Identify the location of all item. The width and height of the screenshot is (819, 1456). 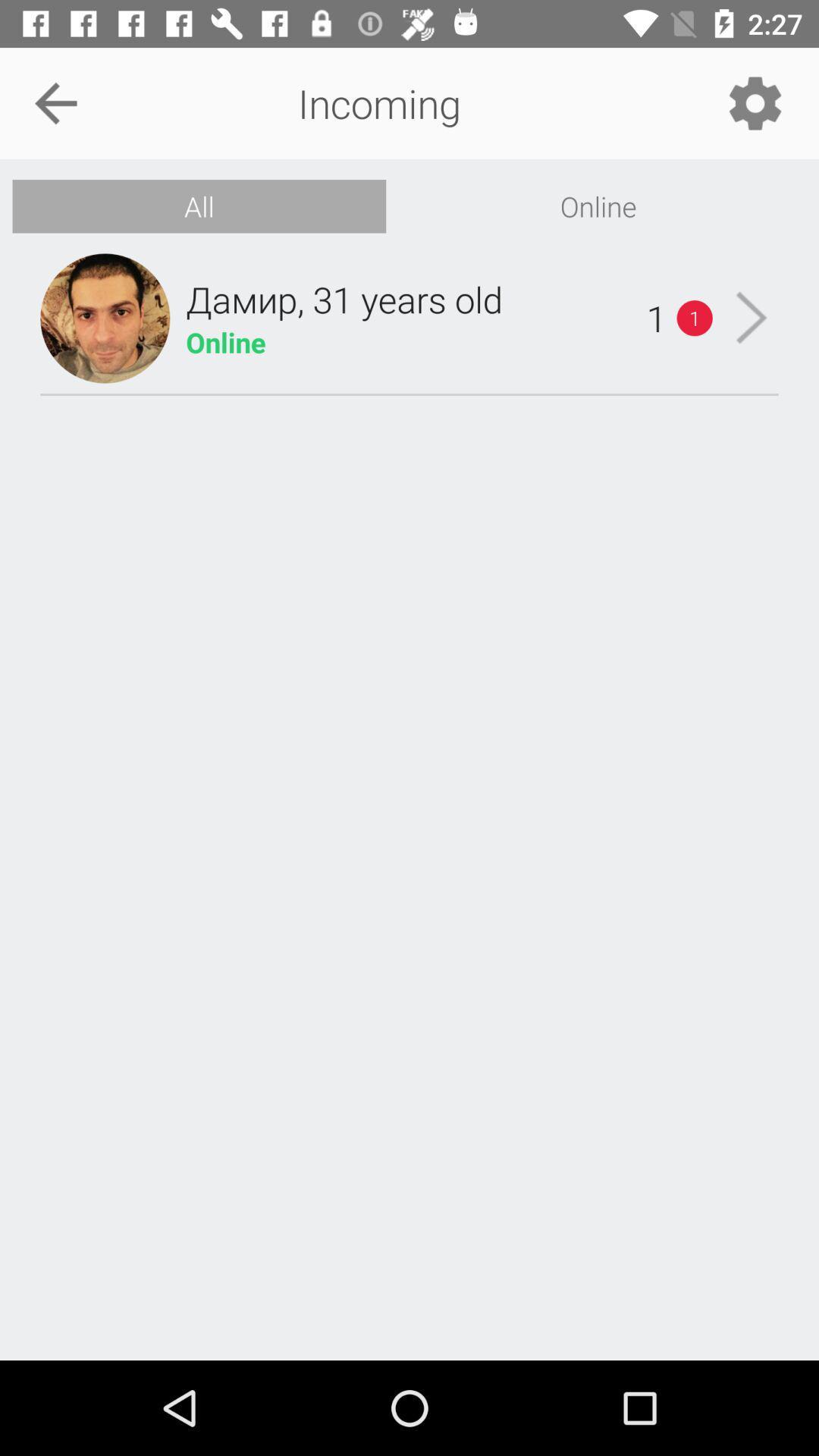
(198, 206).